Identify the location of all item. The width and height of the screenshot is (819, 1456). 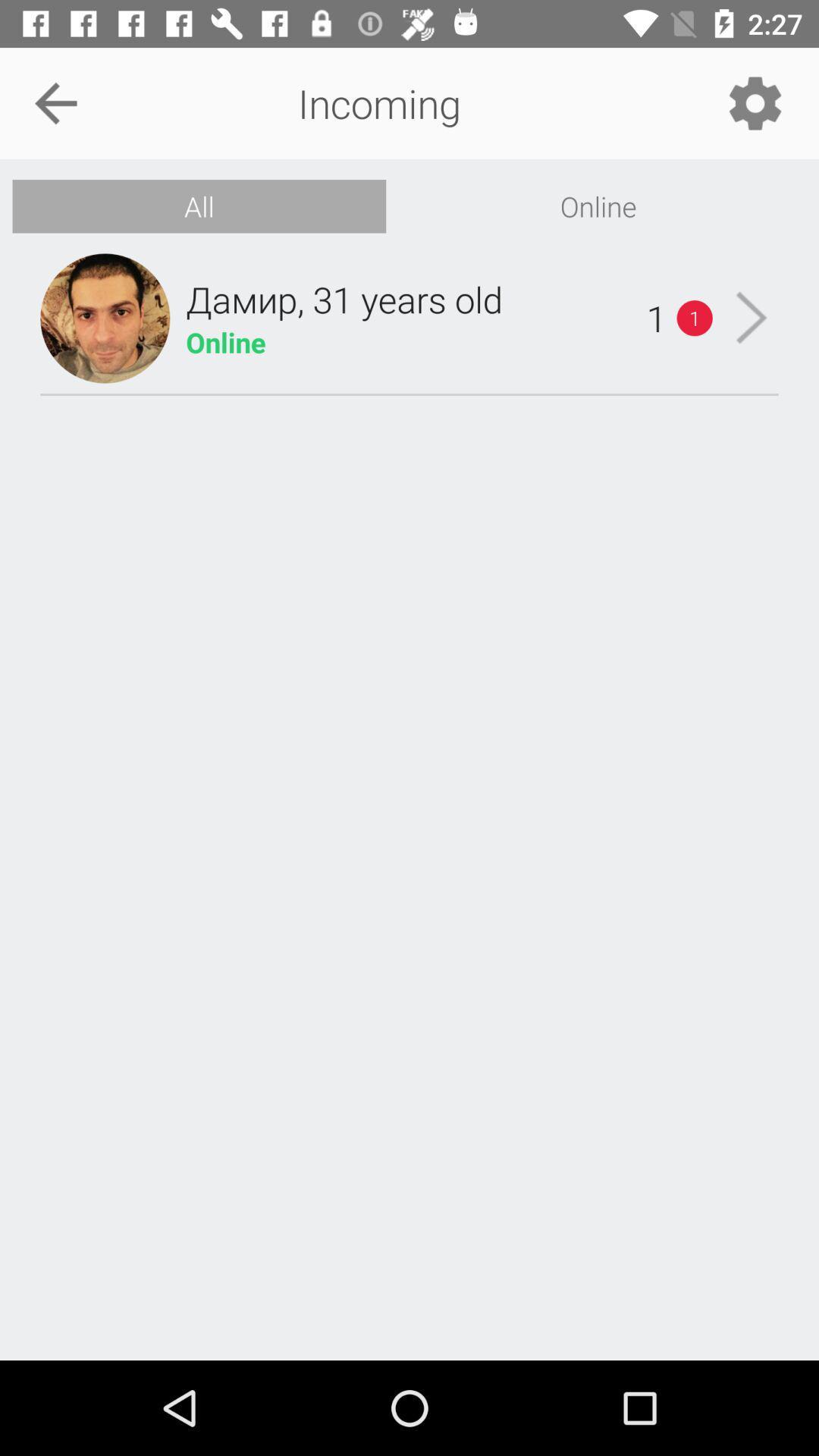
(198, 206).